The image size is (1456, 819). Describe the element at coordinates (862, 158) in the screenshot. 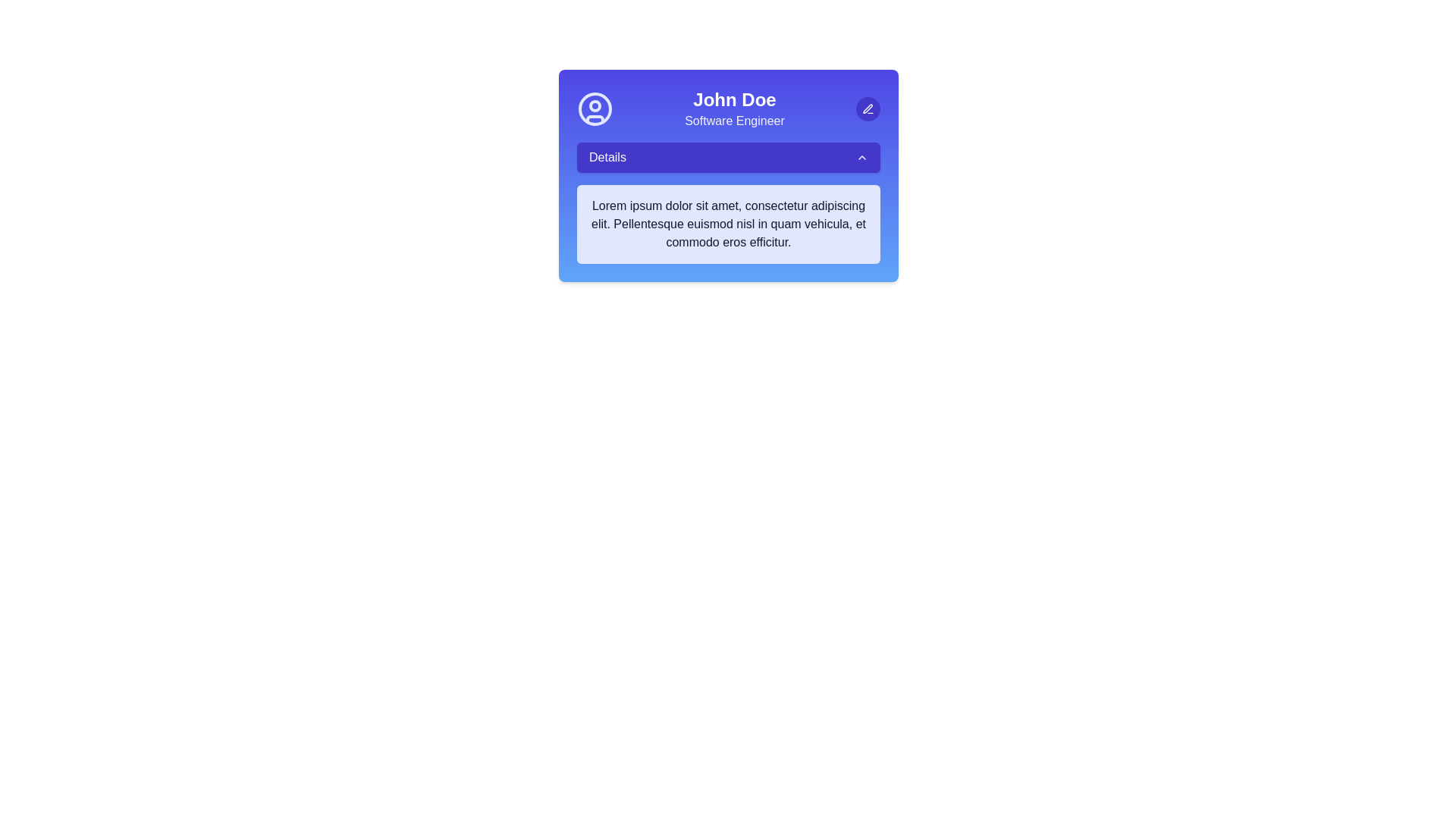

I see `the upward-pointing chevron icon located at the right edge of the 'Details' button` at that location.